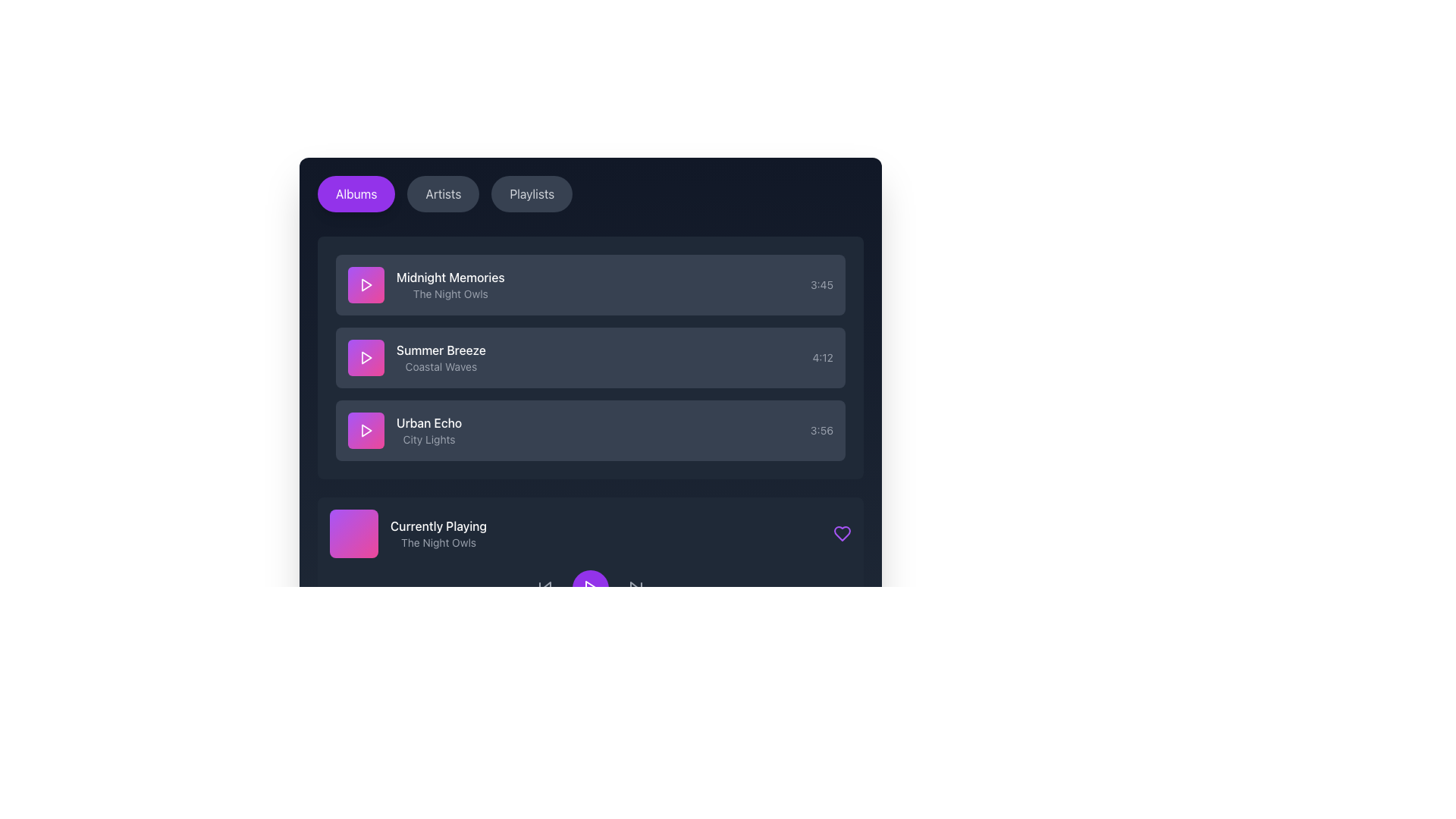  What do you see at coordinates (442, 193) in the screenshot?
I see `the 'Artists' button, which is a rounded rectangular button with a dark gray background and white text` at bounding box center [442, 193].